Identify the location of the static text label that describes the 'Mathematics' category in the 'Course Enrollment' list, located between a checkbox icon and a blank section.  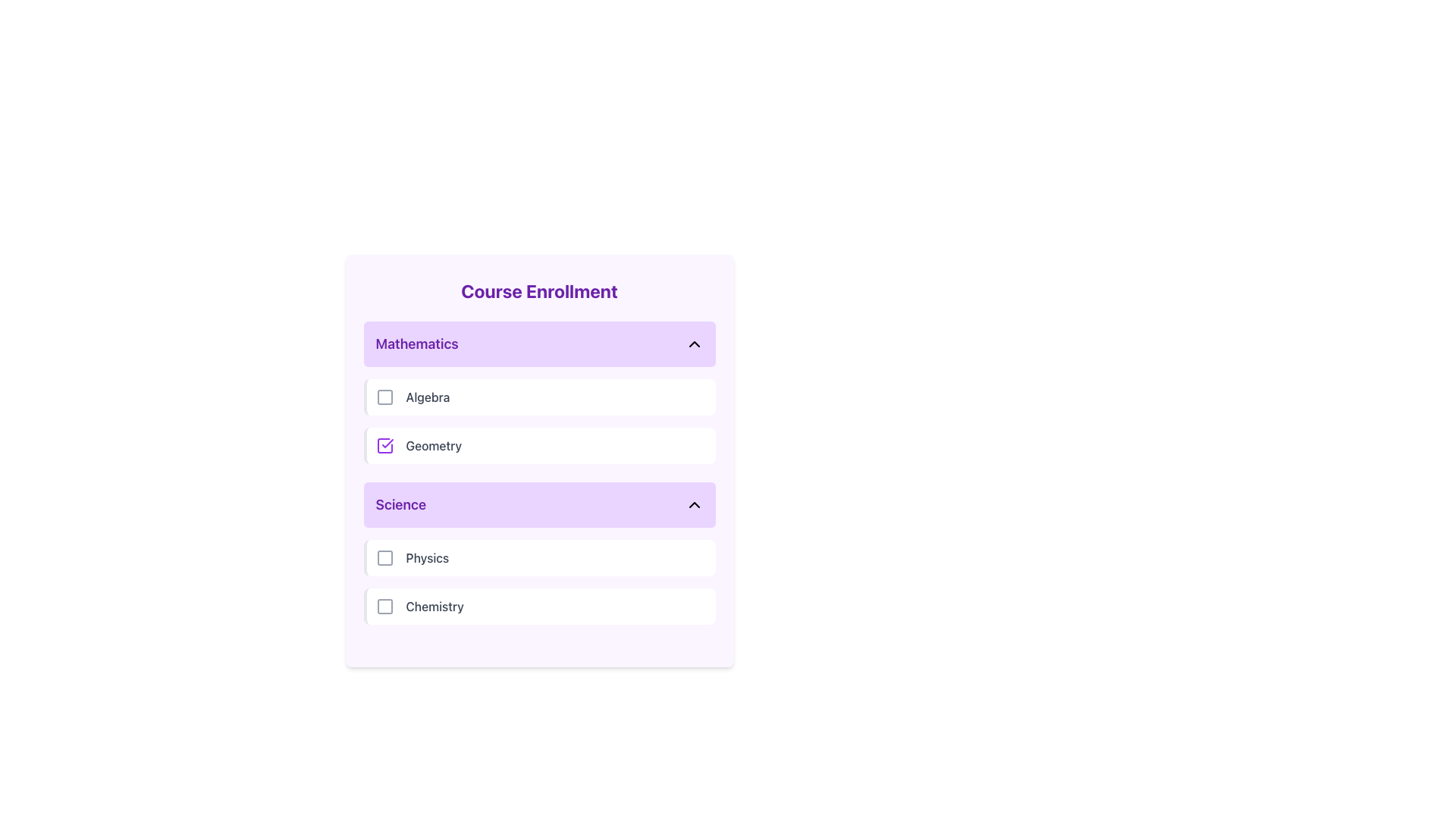
(427, 397).